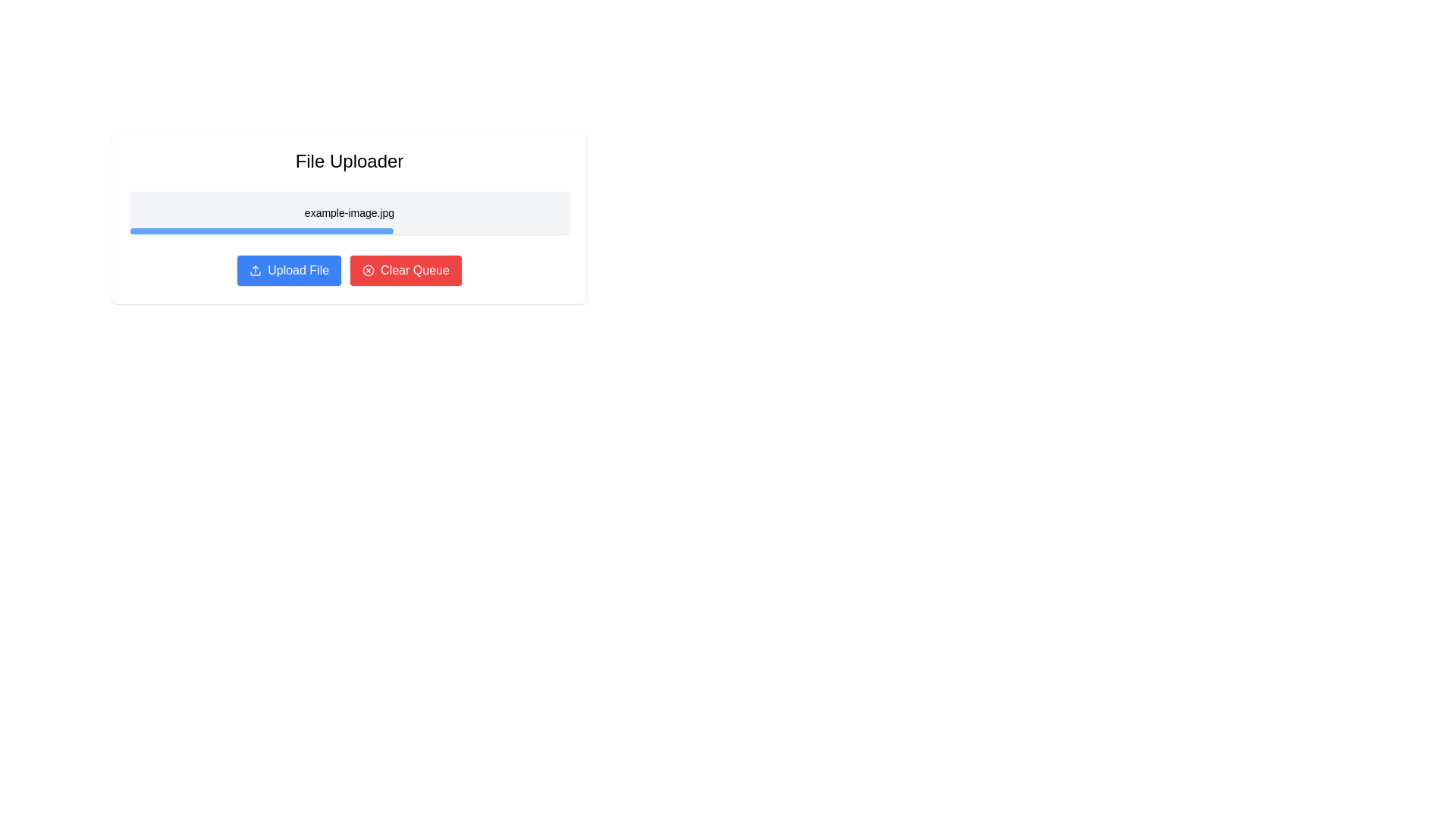 The image size is (1456, 819). What do you see at coordinates (298, 270) in the screenshot?
I see `the blue button labeled 'Upload File' to receive potential interaction feedback` at bounding box center [298, 270].